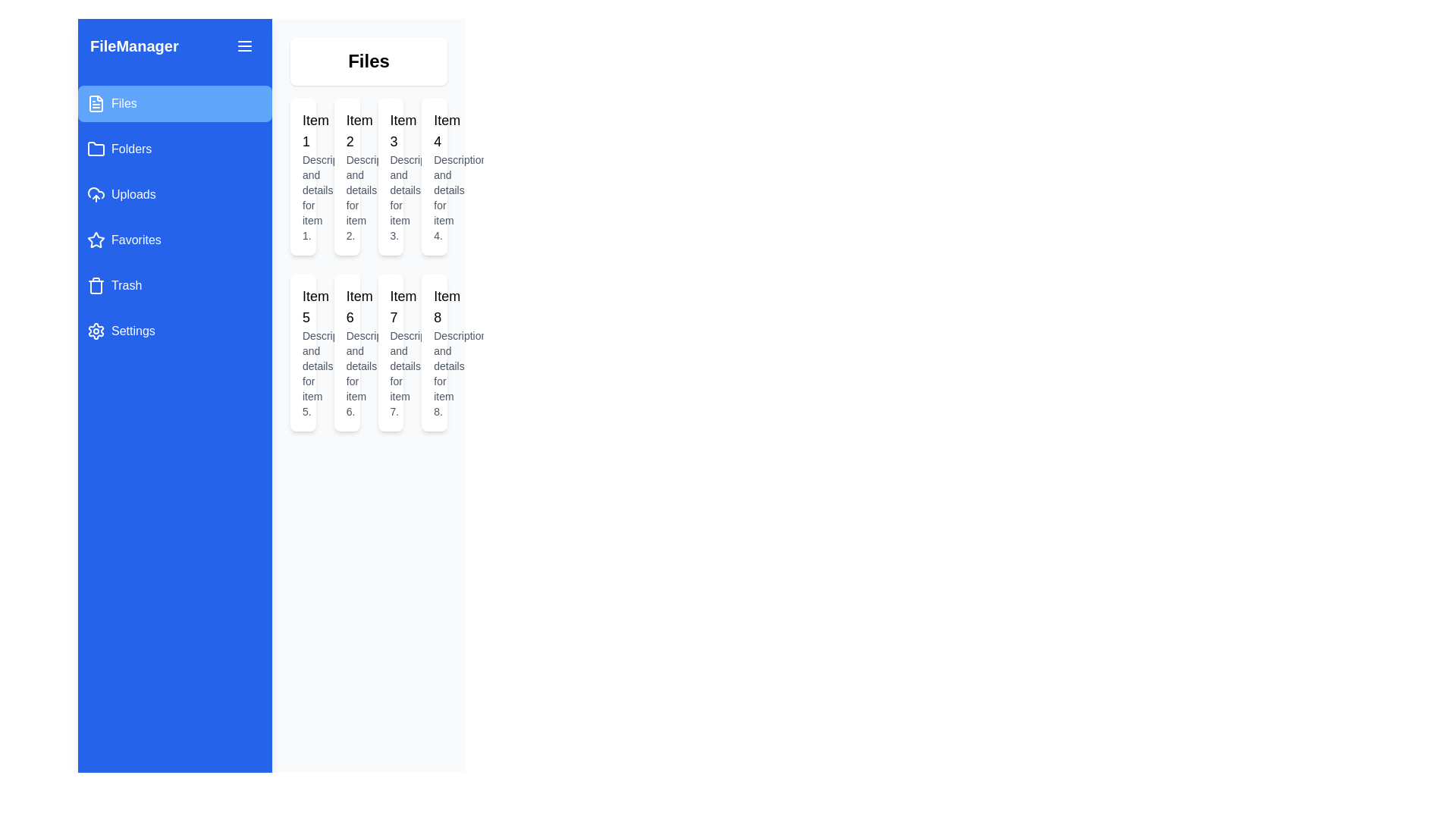  I want to click on the 'Folders' button with a blue background located in the second position of the vertical list in the left sidebar, so click(174, 149).